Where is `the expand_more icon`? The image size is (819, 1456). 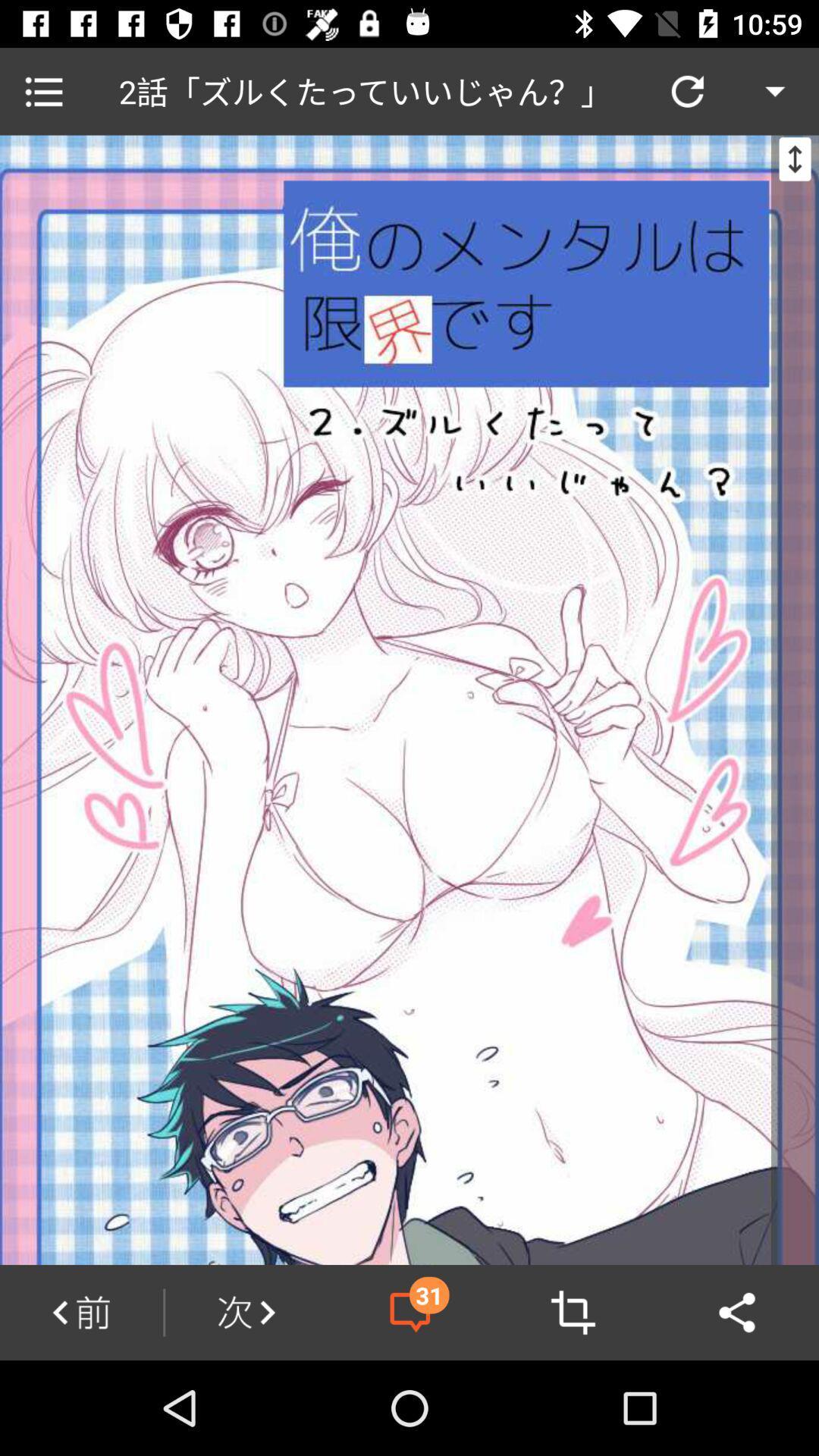 the expand_more icon is located at coordinates (775, 90).